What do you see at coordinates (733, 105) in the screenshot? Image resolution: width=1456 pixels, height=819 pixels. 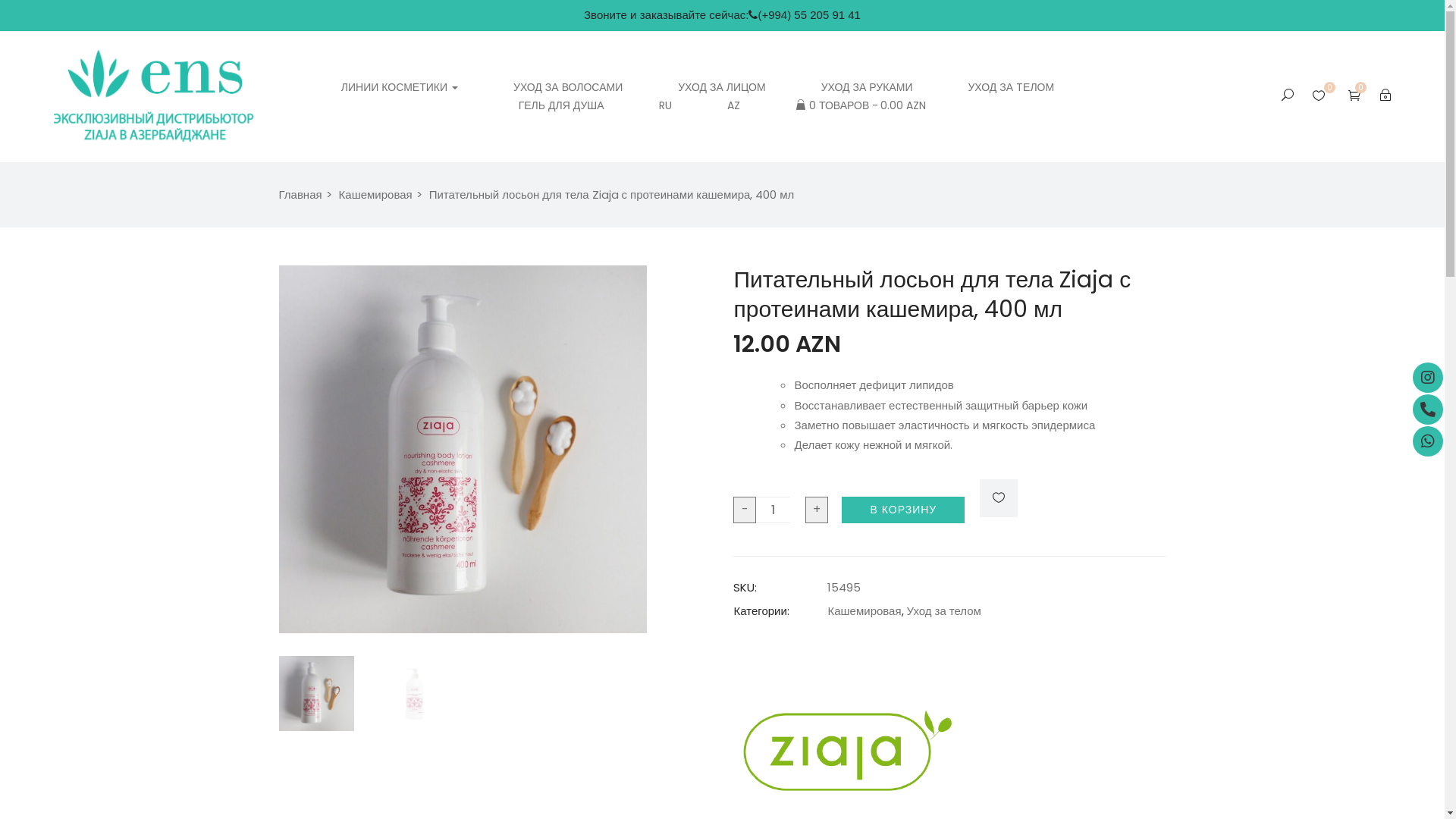 I see `'AZ'` at bounding box center [733, 105].